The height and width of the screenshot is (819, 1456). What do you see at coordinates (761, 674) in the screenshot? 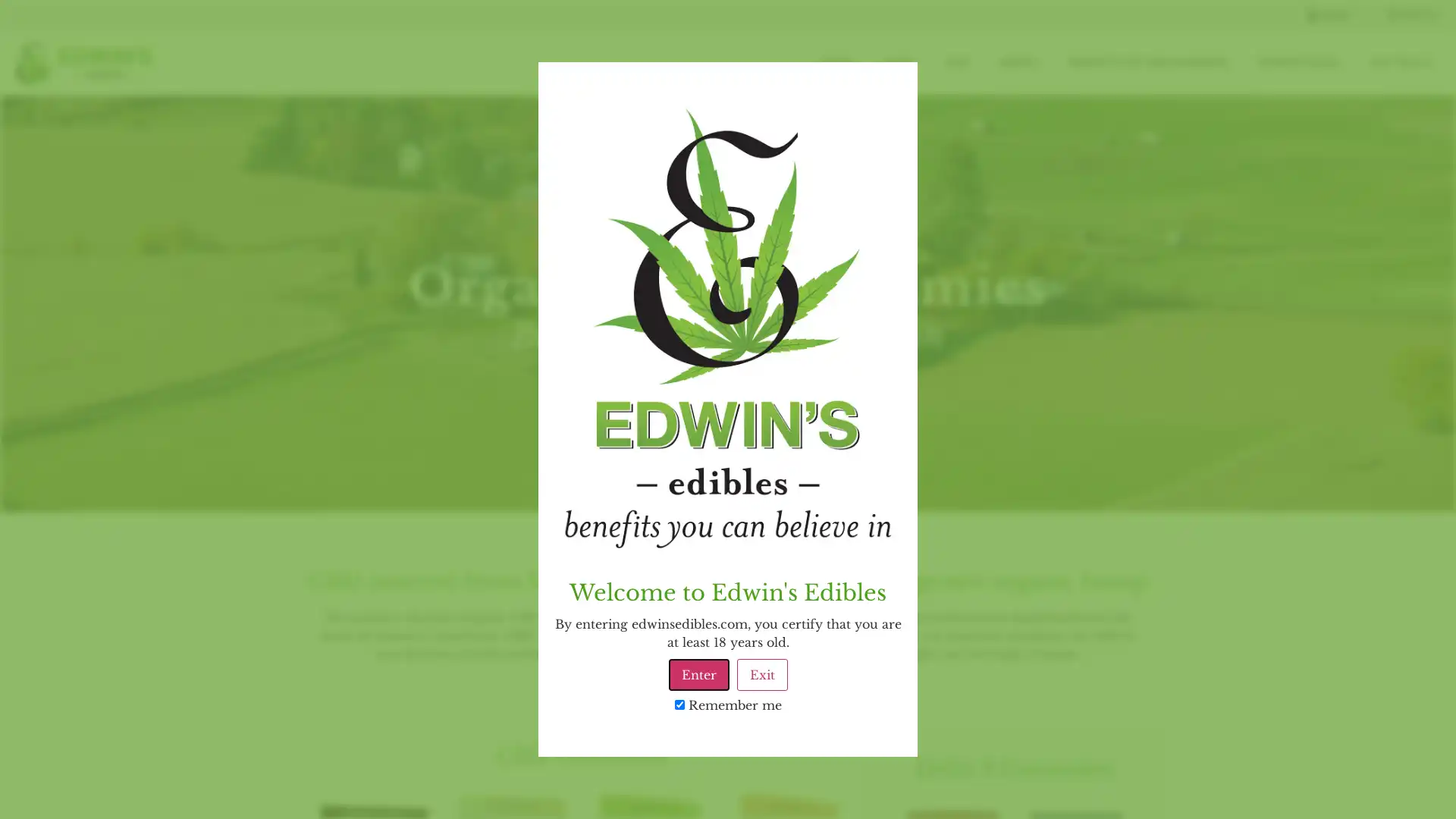
I see `Exit` at bounding box center [761, 674].